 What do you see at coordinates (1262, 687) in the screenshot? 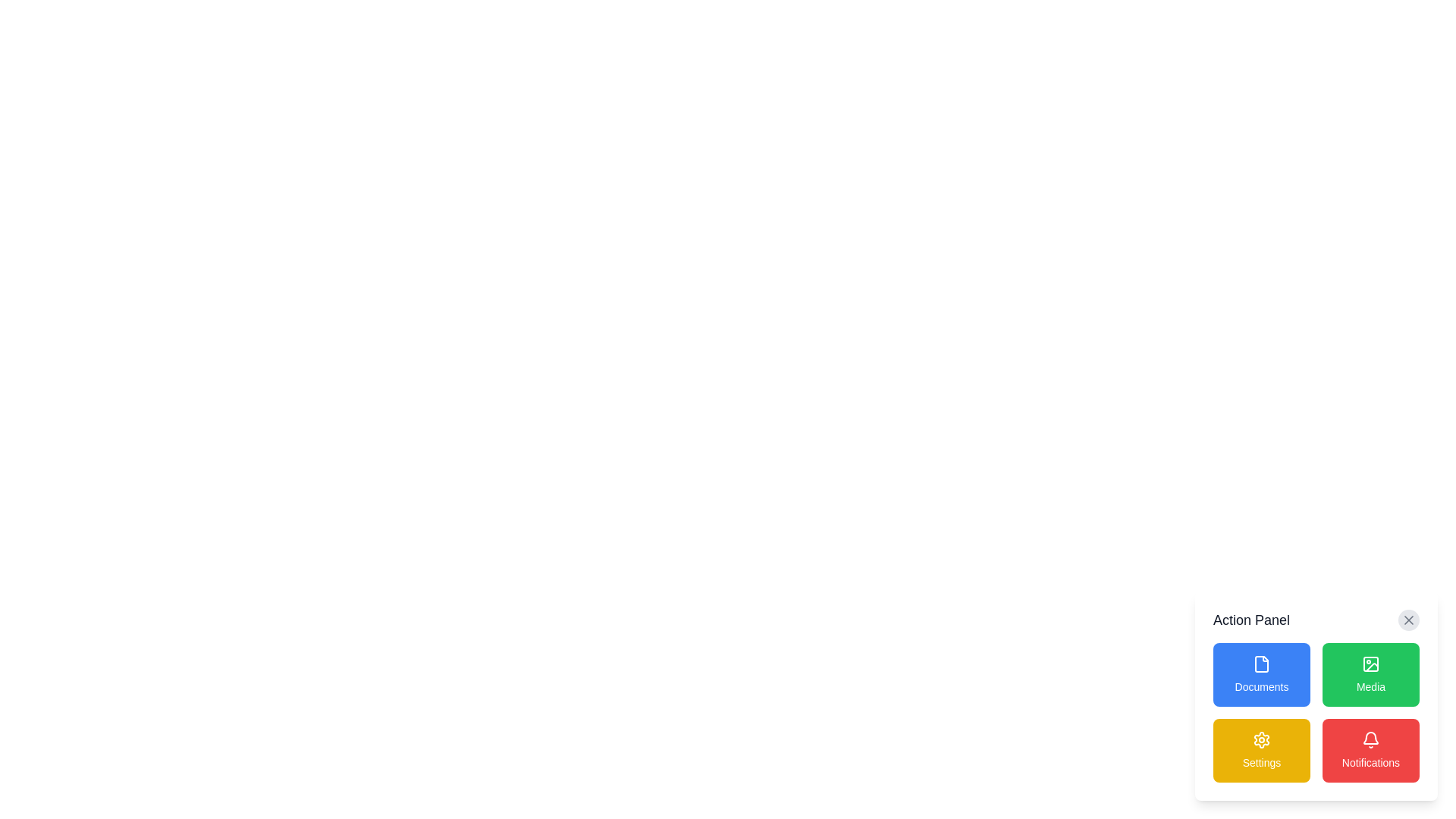
I see `label 'Documents' which is located at the bottom center of the blue button in the 'Action Panel'` at bounding box center [1262, 687].